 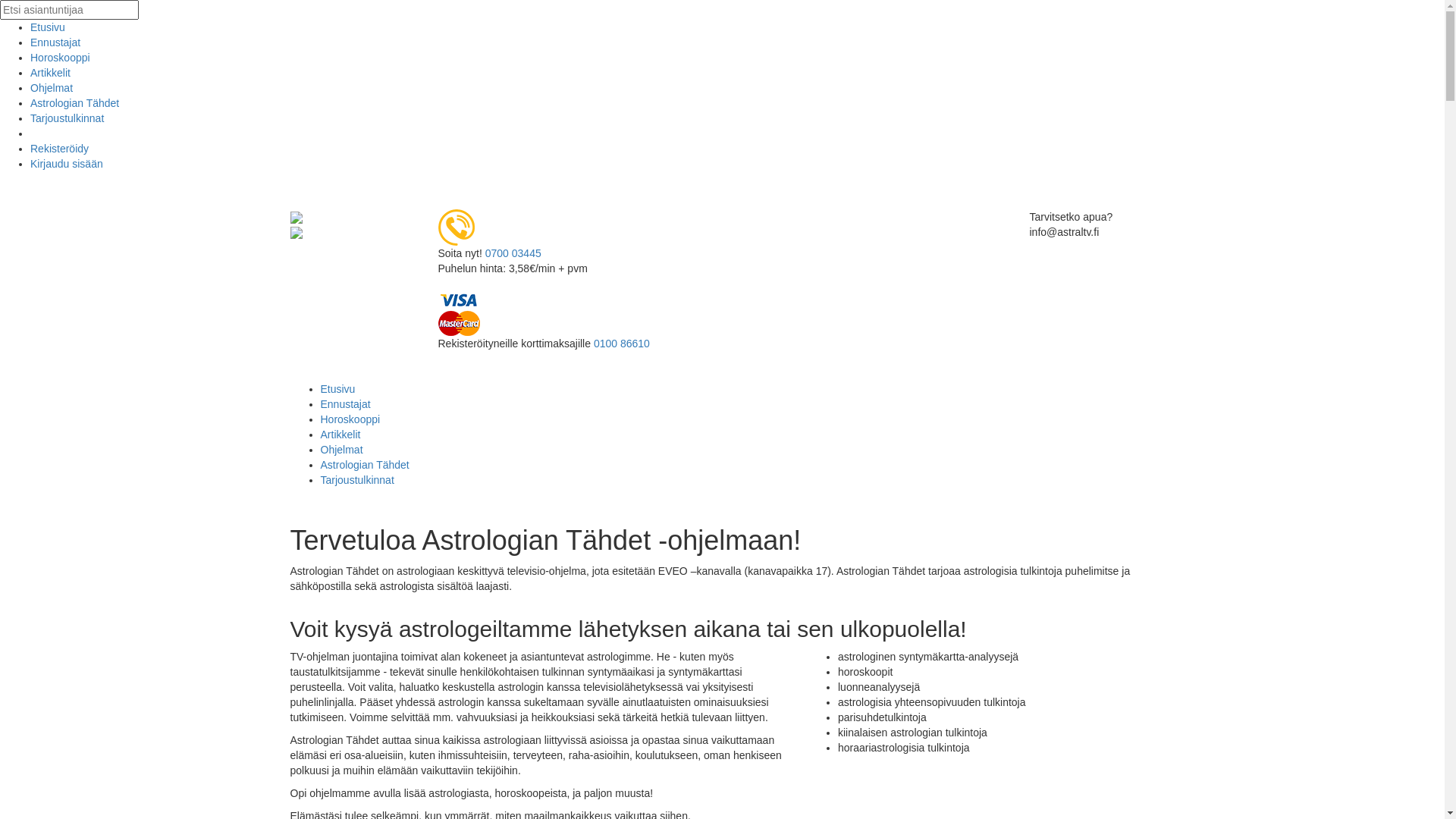 What do you see at coordinates (55, 42) in the screenshot?
I see `'Ennustajat'` at bounding box center [55, 42].